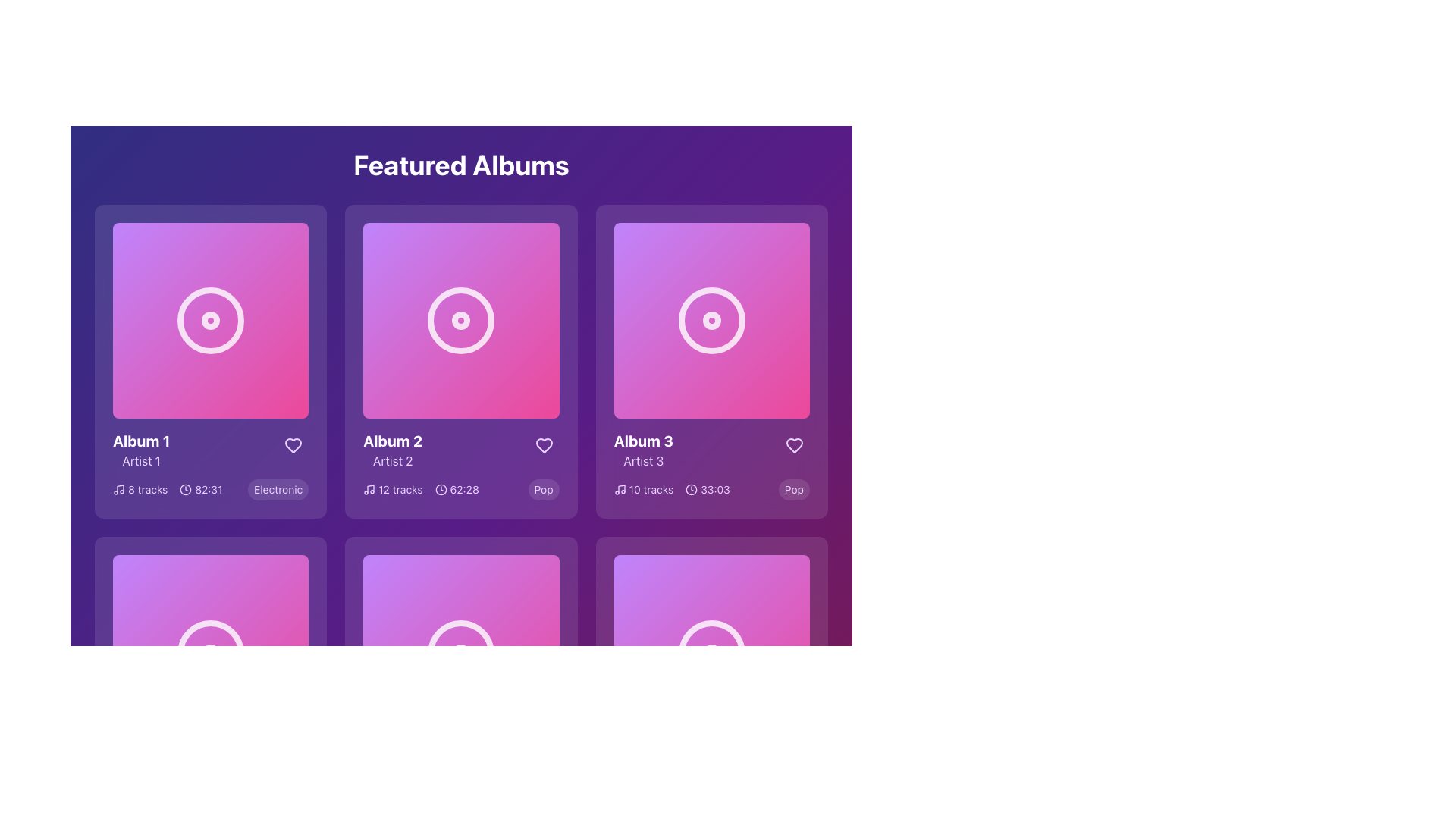  Describe the element at coordinates (643, 460) in the screenshot. I see `the informational Text label indicating the artist associated with 'Album 3', located on the rightmost side of the top row of the grid layout` at that location.